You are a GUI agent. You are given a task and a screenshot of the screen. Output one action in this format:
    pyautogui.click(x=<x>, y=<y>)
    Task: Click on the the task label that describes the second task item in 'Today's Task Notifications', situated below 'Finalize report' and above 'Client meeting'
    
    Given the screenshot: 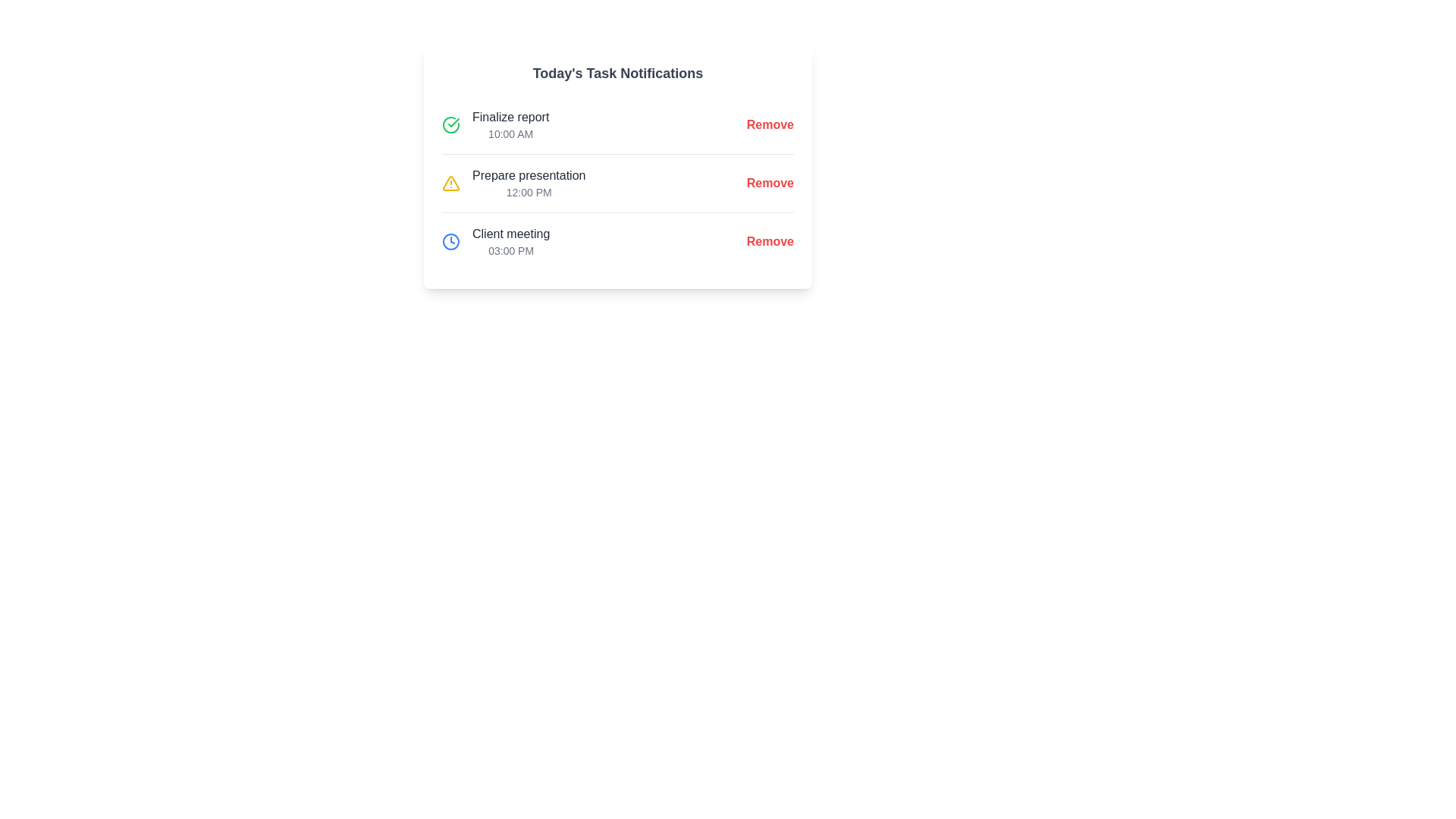 What is the action you would take?
    pyautogui.click(x=529, y=174)
    